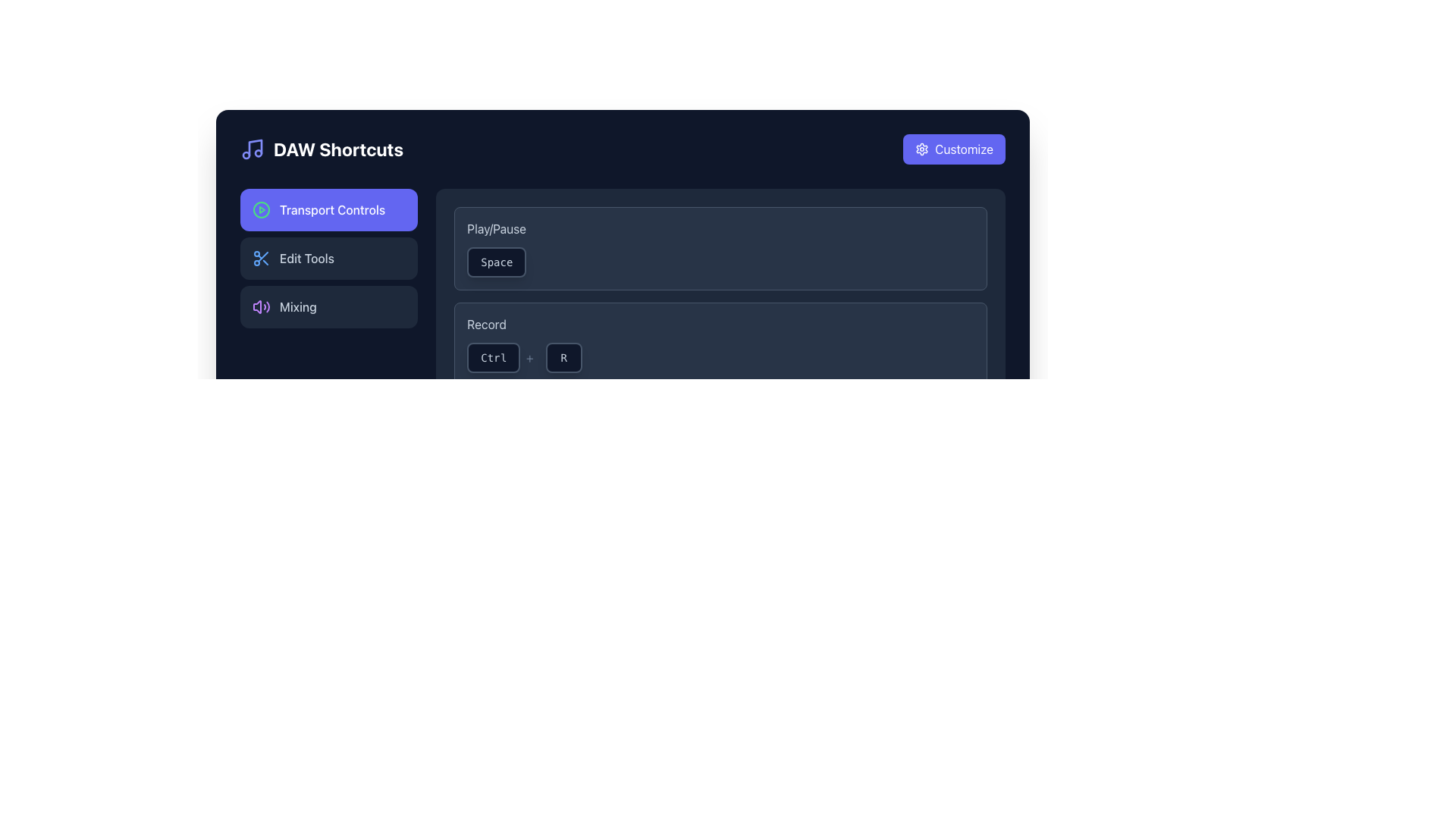 The image size is (1456, 819). I want to click on the 'Edit Tools' button, which is a rectangular button labeled with gray text and a blue scissors icon, located below the 'Transport Controls' button and above the 'Mixing' button, so click(328, 257).